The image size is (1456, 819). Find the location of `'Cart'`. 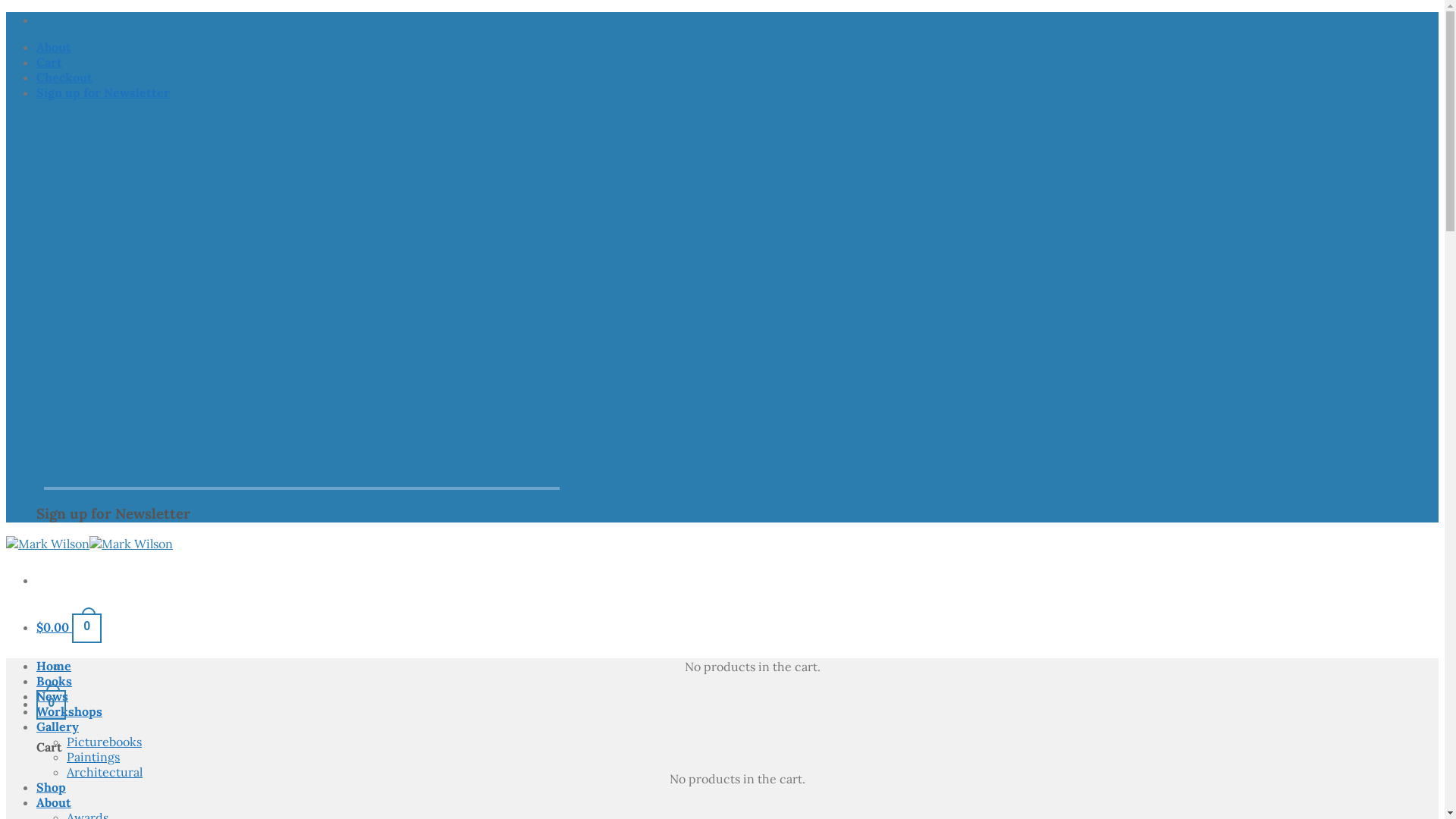

'Cart' is located at coordinates (49, 61).